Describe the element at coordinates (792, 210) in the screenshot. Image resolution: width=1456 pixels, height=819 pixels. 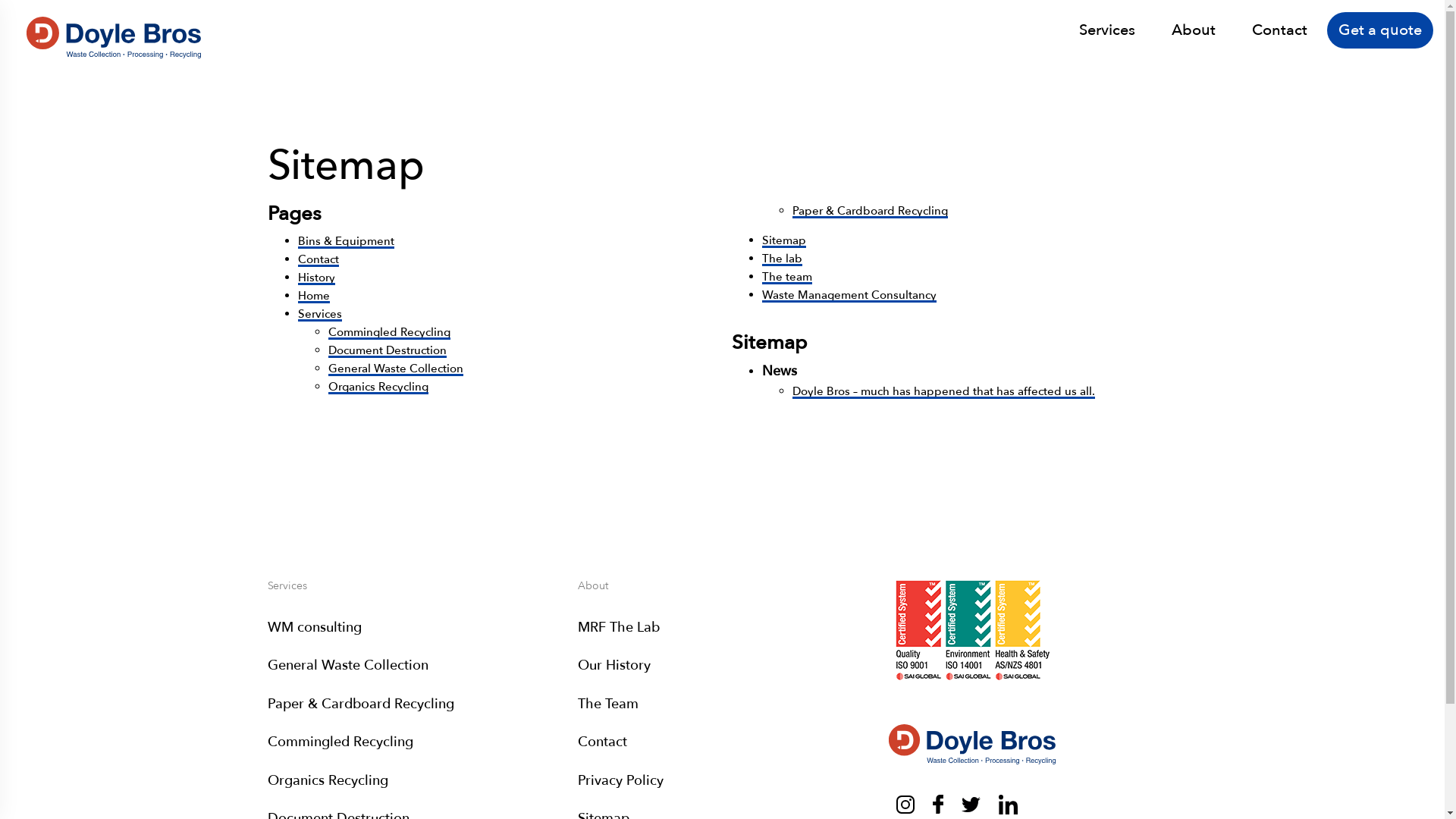
I see `'Paper & Cardboard Recycling'` at that location.